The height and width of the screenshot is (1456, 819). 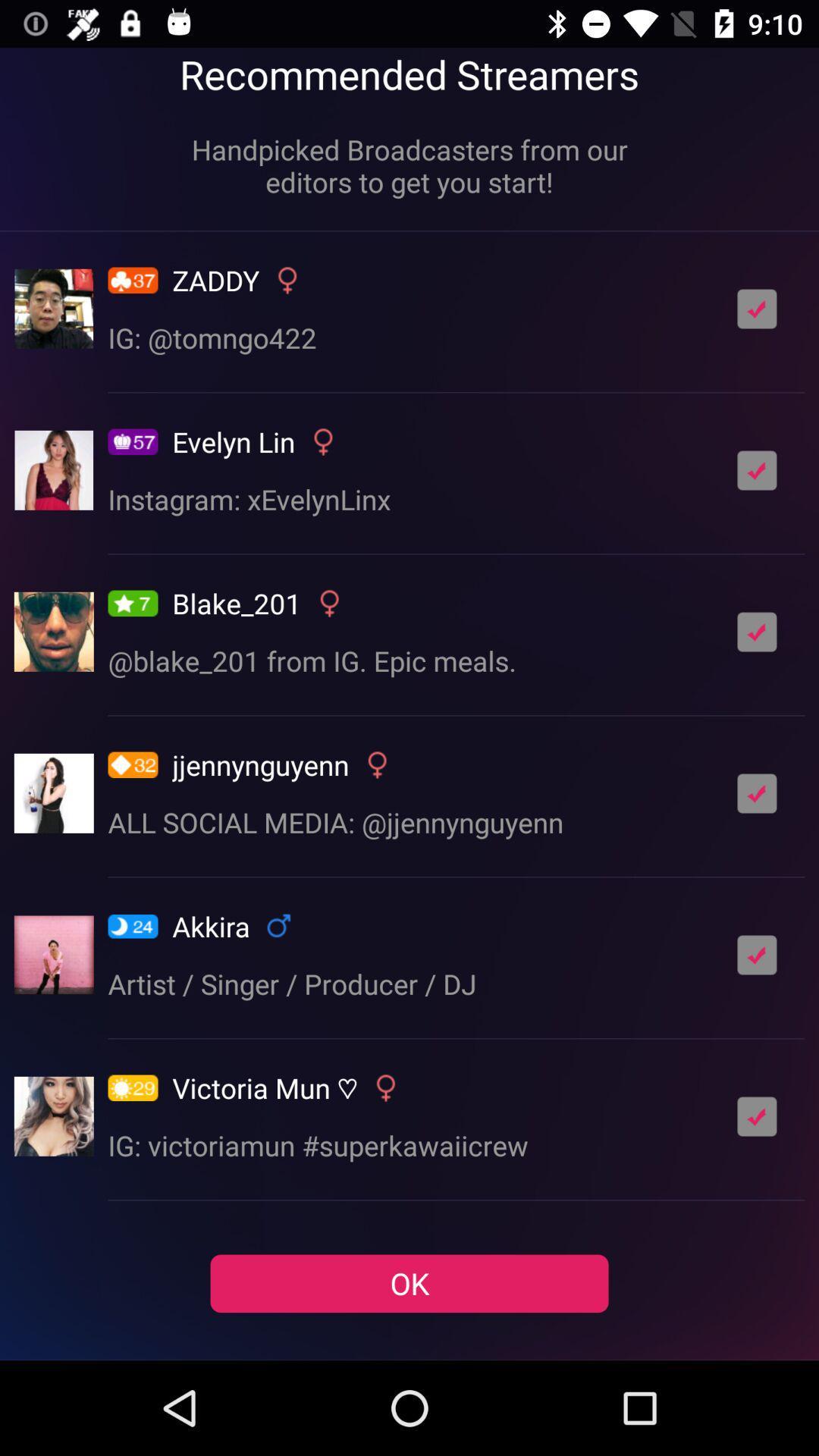 What do you see at coordinates (757, 308) in the screenshot?
I see `streamer feed` at bounding box center [757, 308].